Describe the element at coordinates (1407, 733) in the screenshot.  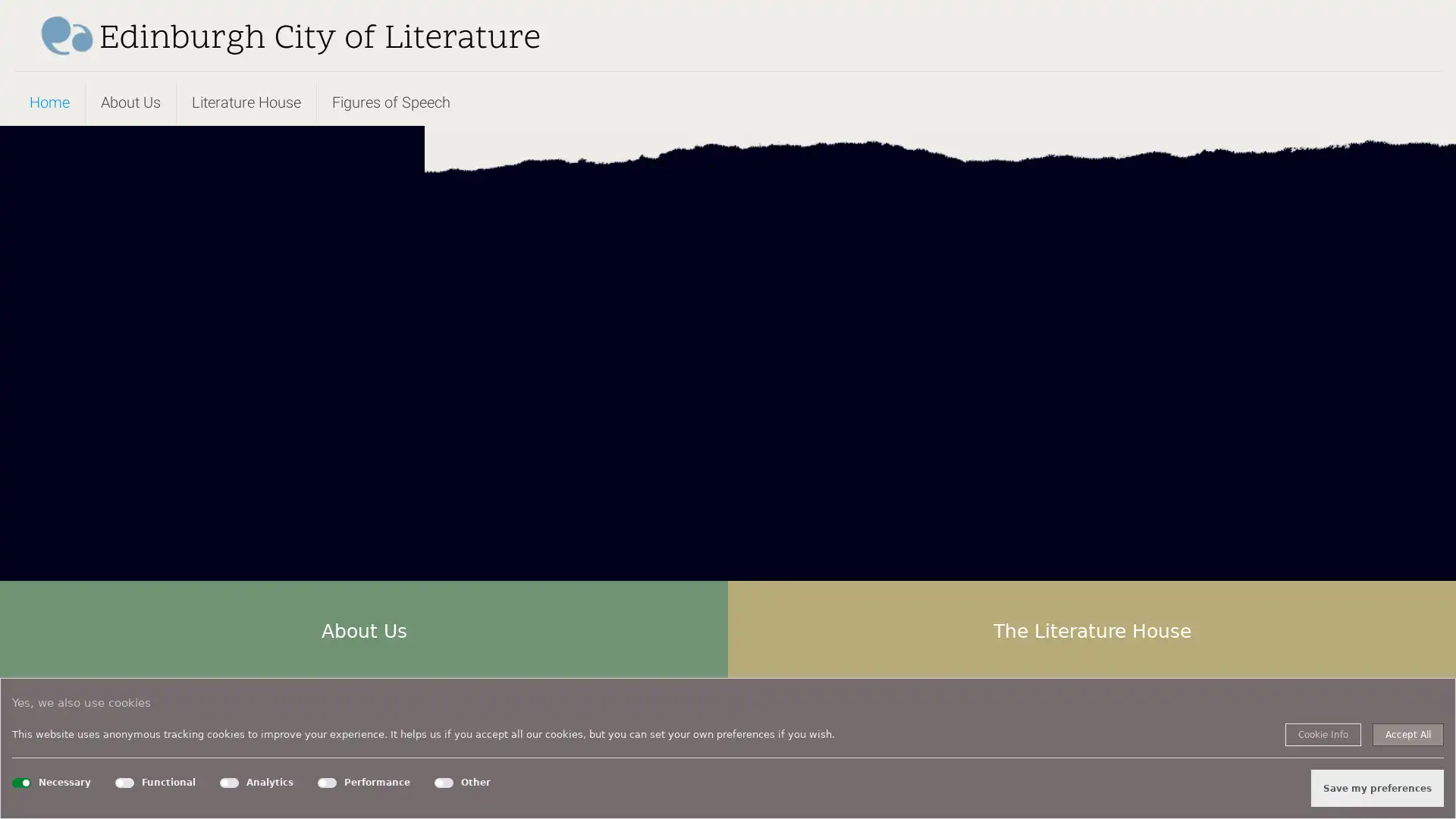
I see `Accept All` at that location.